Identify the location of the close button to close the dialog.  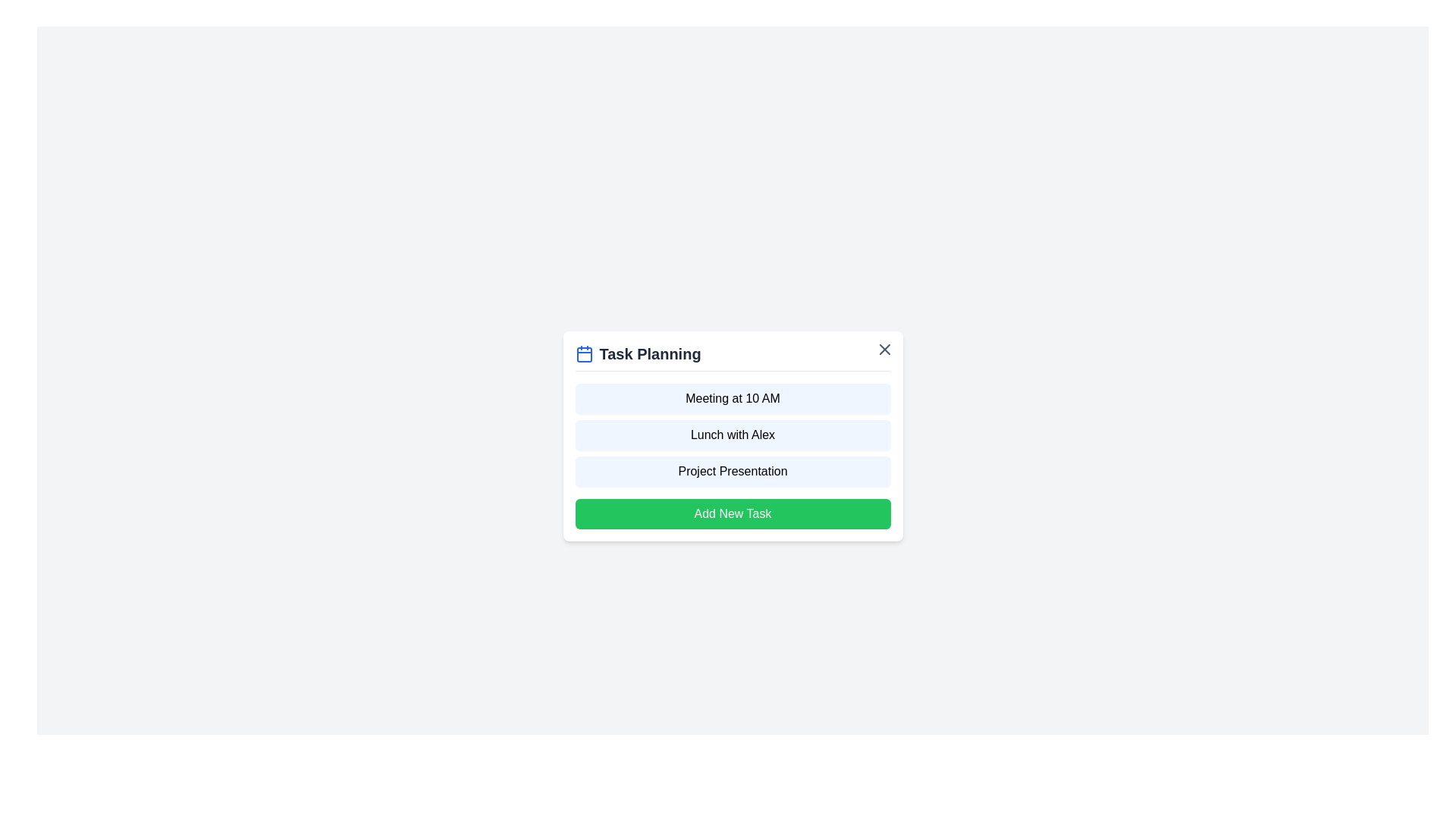
(884, 349).